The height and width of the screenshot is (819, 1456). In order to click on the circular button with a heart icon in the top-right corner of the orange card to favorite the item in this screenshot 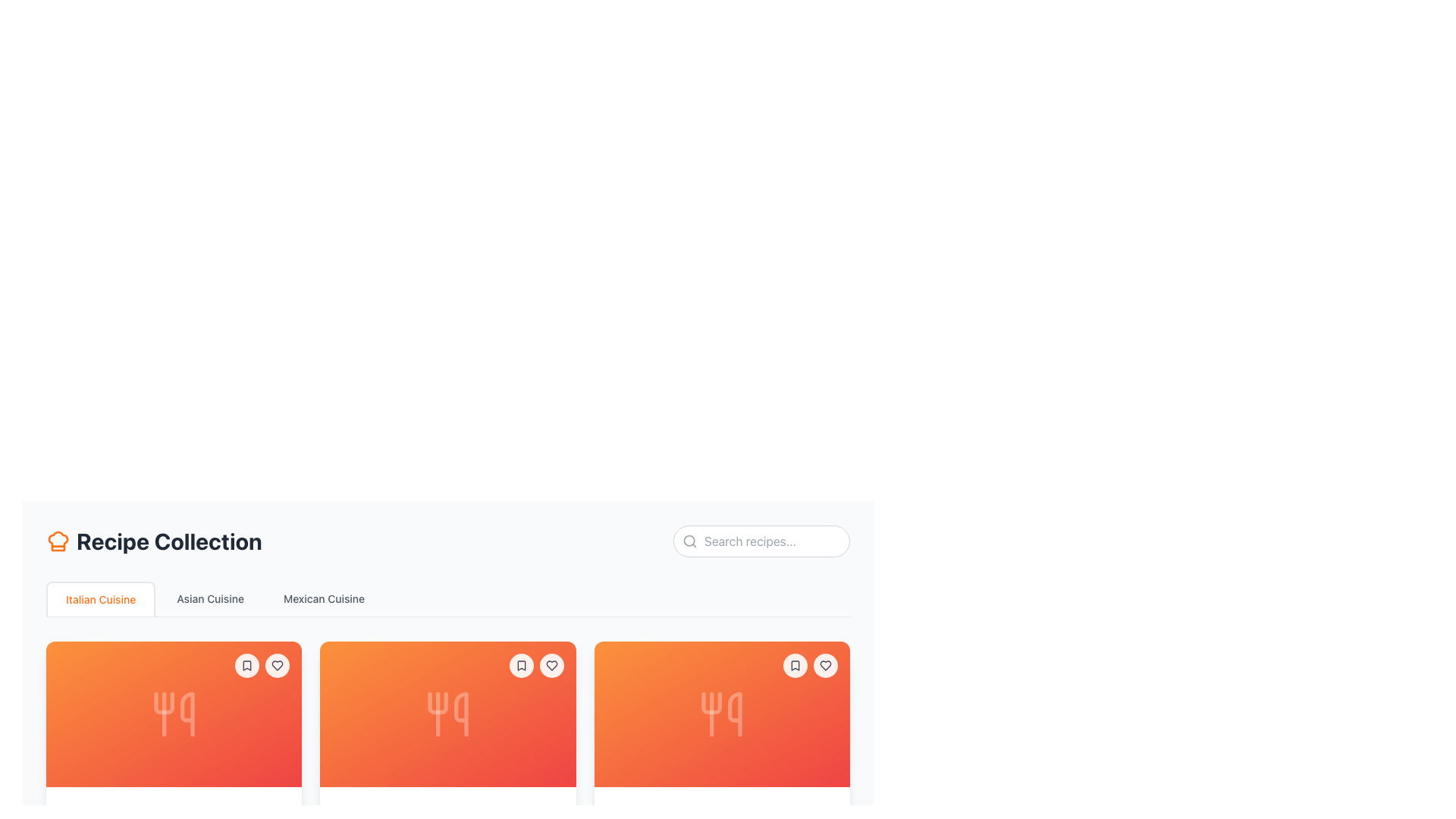, I will do `click(551, 665)`.